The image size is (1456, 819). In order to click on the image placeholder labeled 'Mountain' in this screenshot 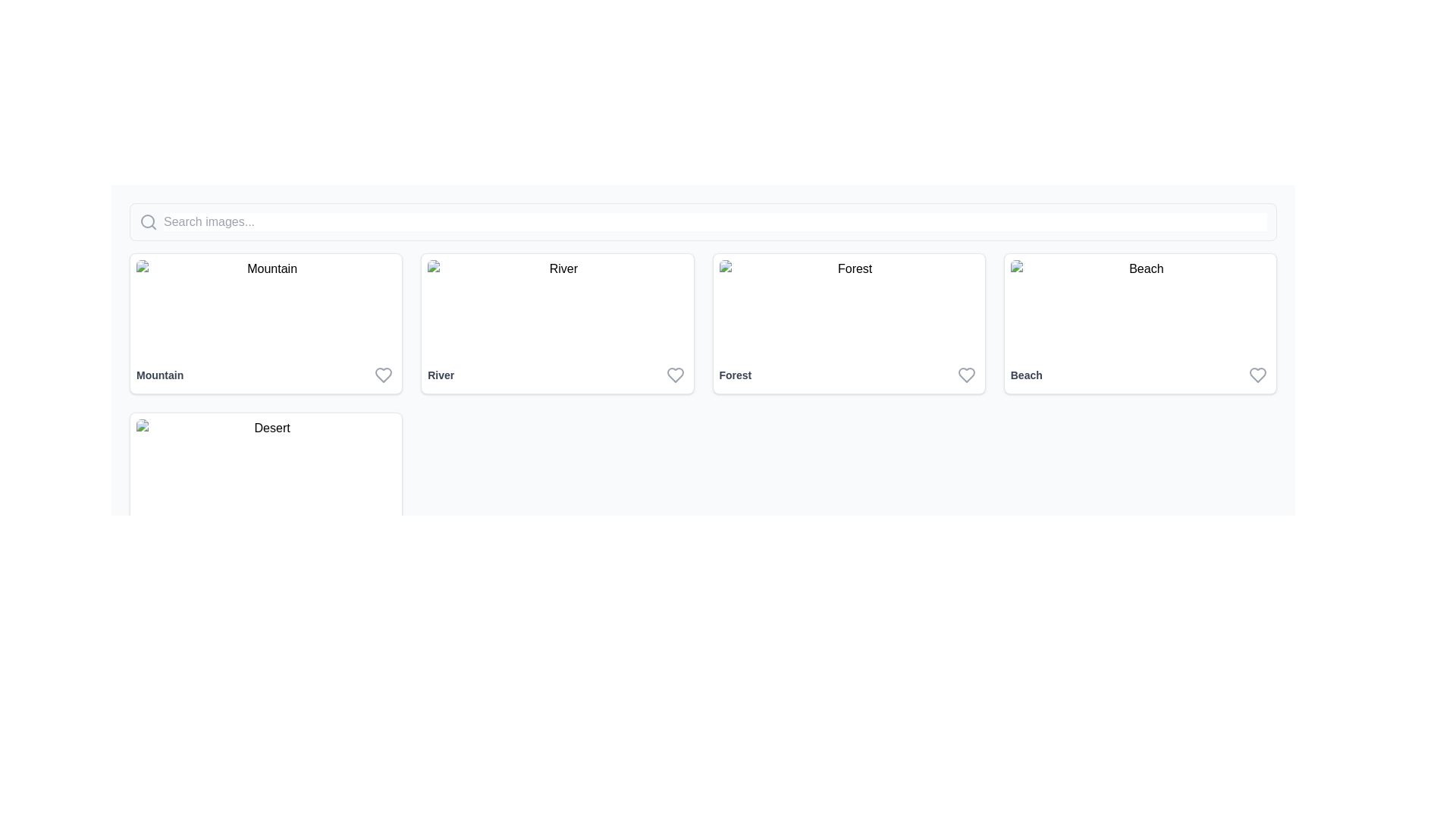, I will do `click(266, 308)`.